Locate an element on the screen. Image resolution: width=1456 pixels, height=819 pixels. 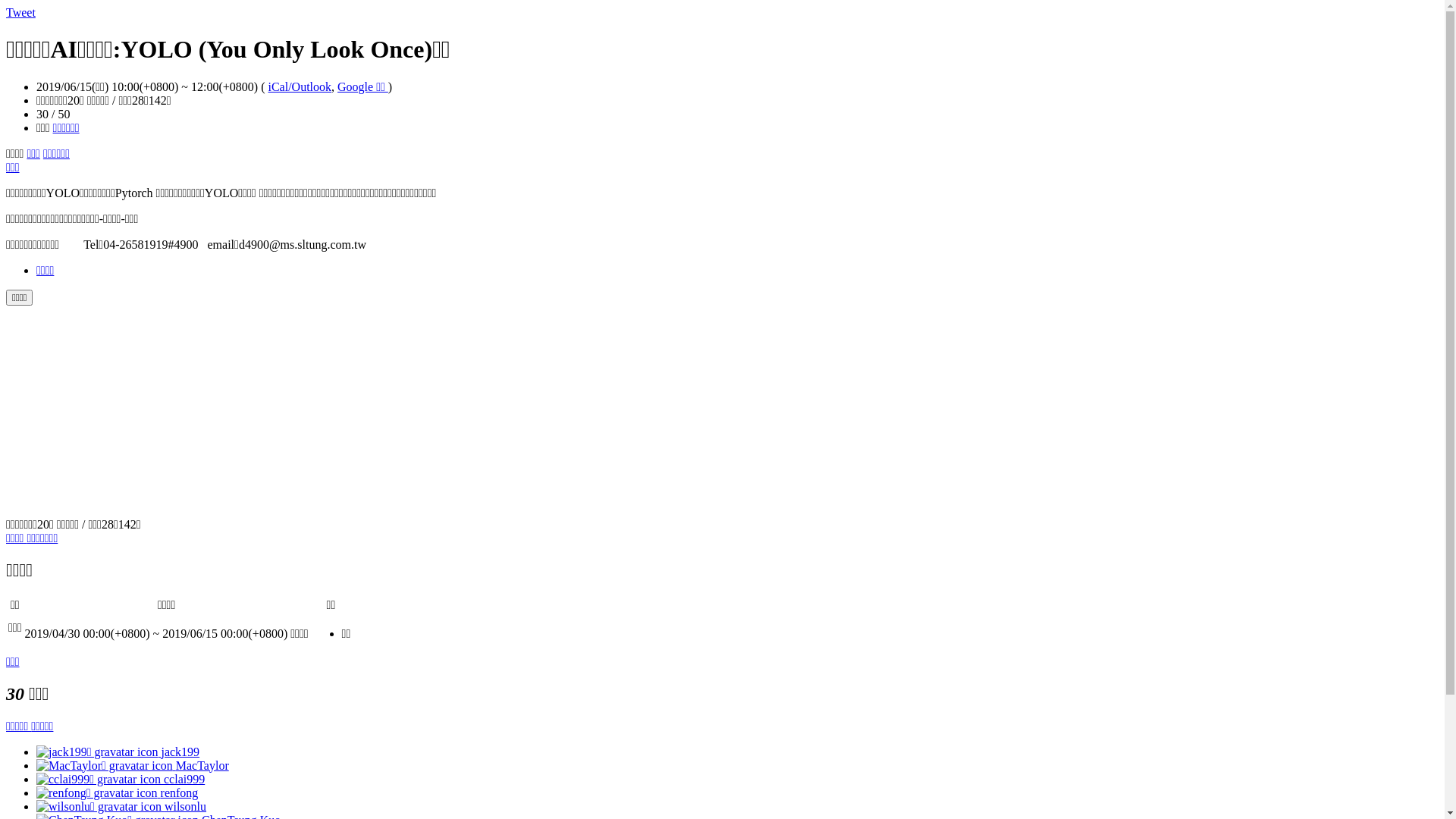
'cclai999' is located at coordinates (119, 778).